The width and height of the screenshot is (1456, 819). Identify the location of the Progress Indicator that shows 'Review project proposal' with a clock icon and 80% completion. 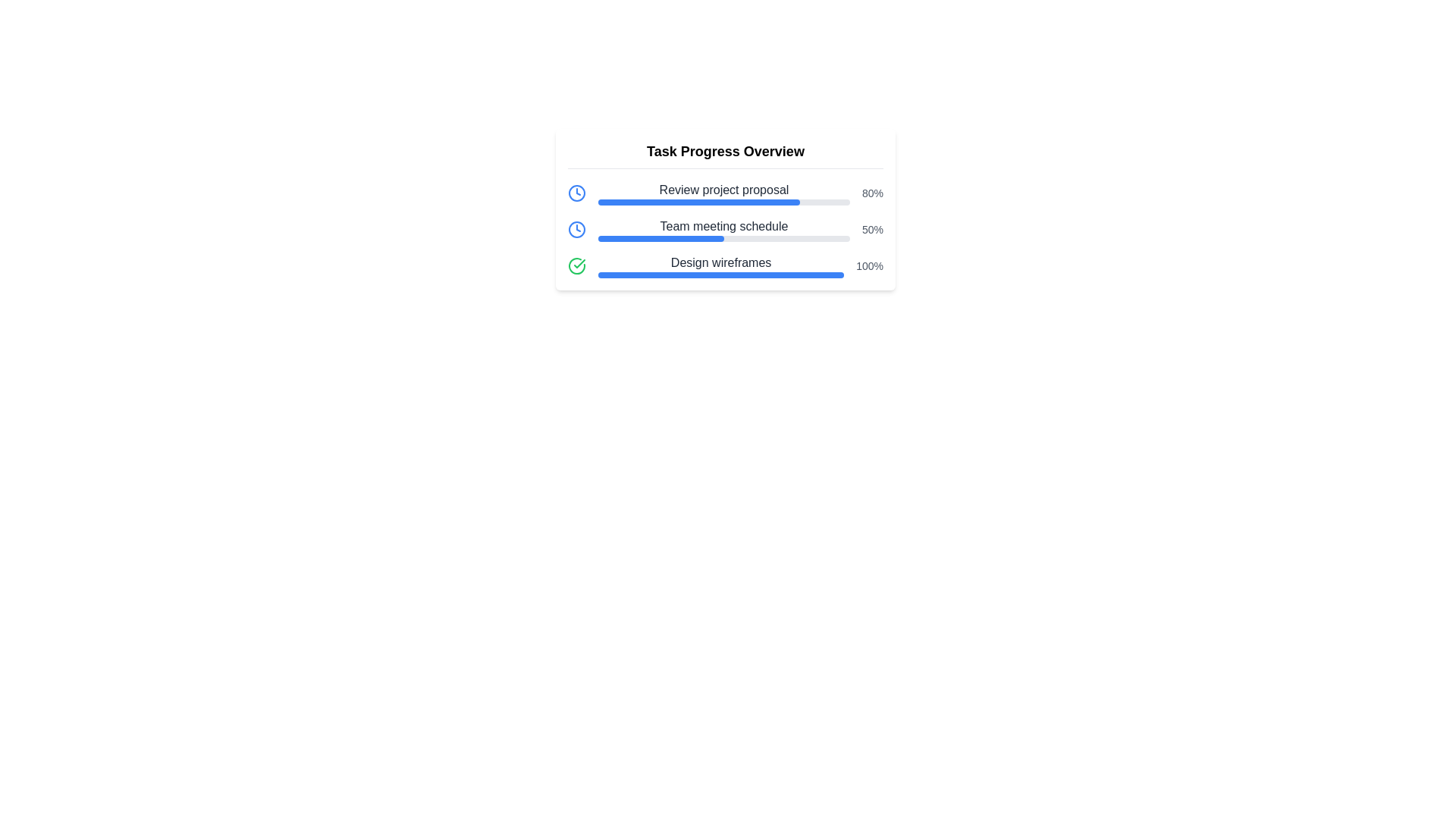
(724, 192).